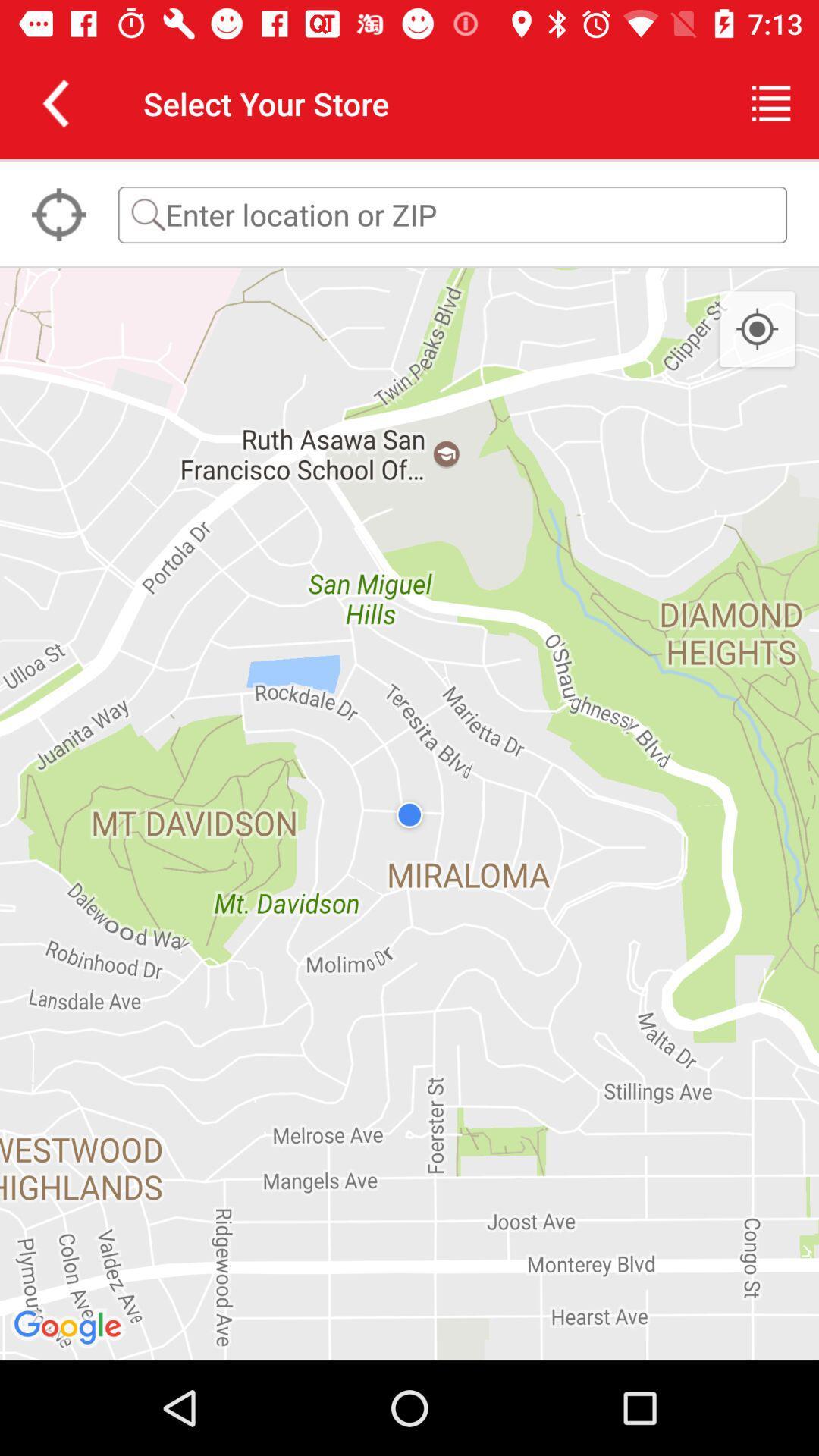 The image size is (819, 1456). I want to click on the item to the right of select your store item, so click(771, 102).